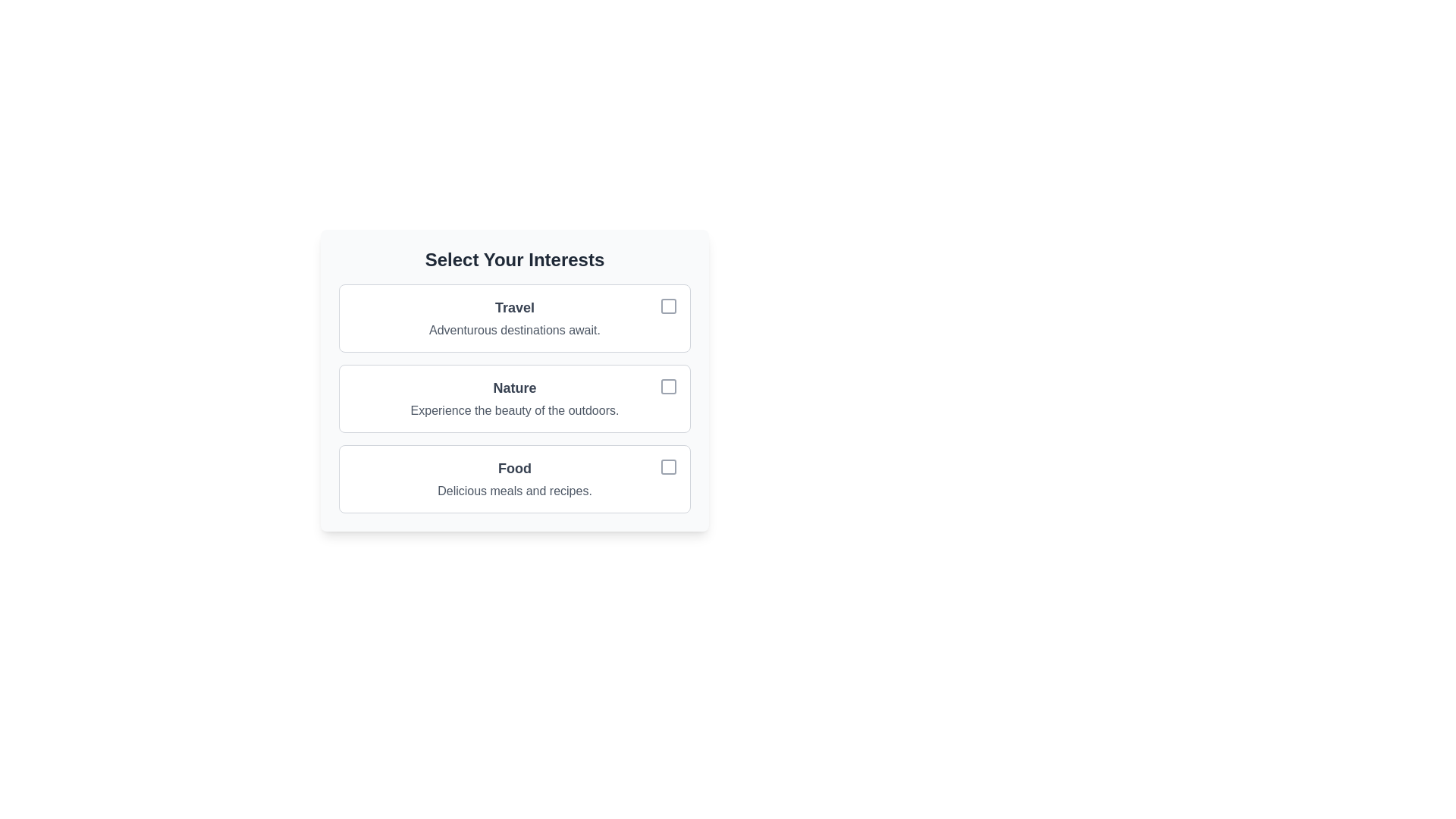  What do you see at coordinates (668, 306) in the screenshot?
I see `the checkbox selection indicator located at the top right corner of the 'Travel' item in the list` at bounding box center [668, 306].